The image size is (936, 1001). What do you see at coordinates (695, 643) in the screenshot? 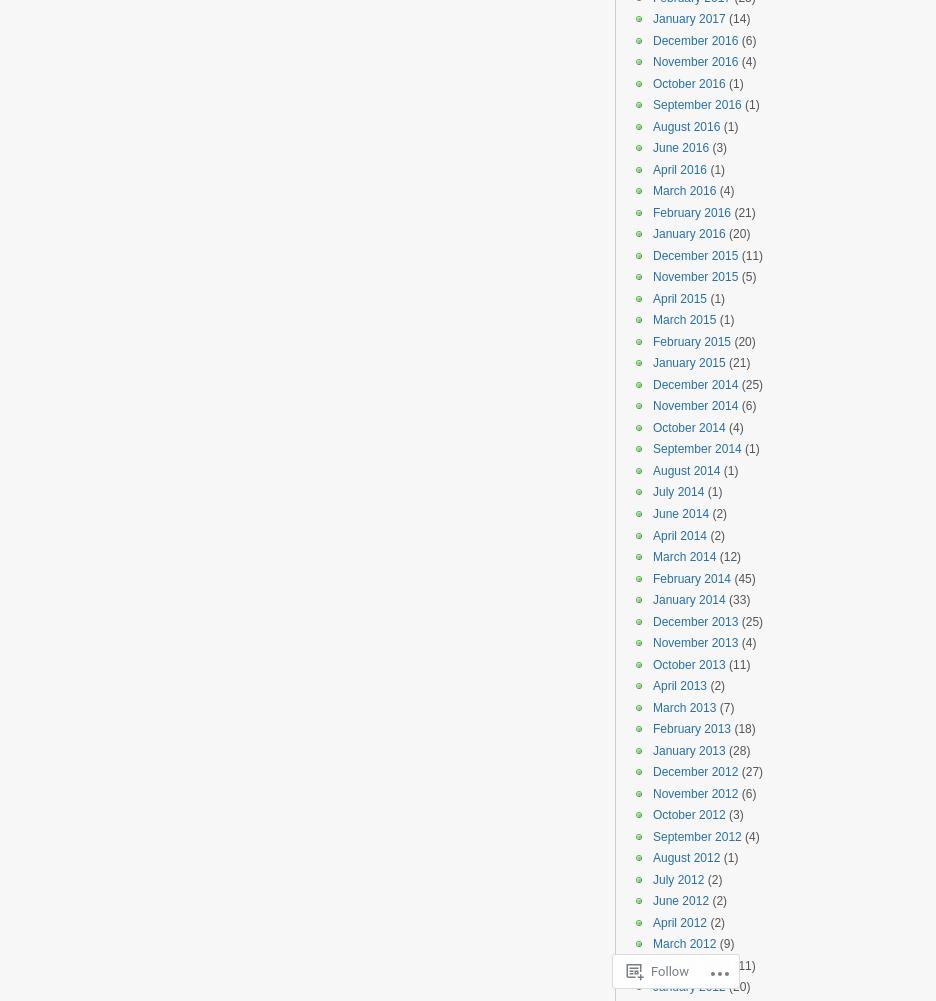
I see `'November 2013'` at bounding box center [695, 643].